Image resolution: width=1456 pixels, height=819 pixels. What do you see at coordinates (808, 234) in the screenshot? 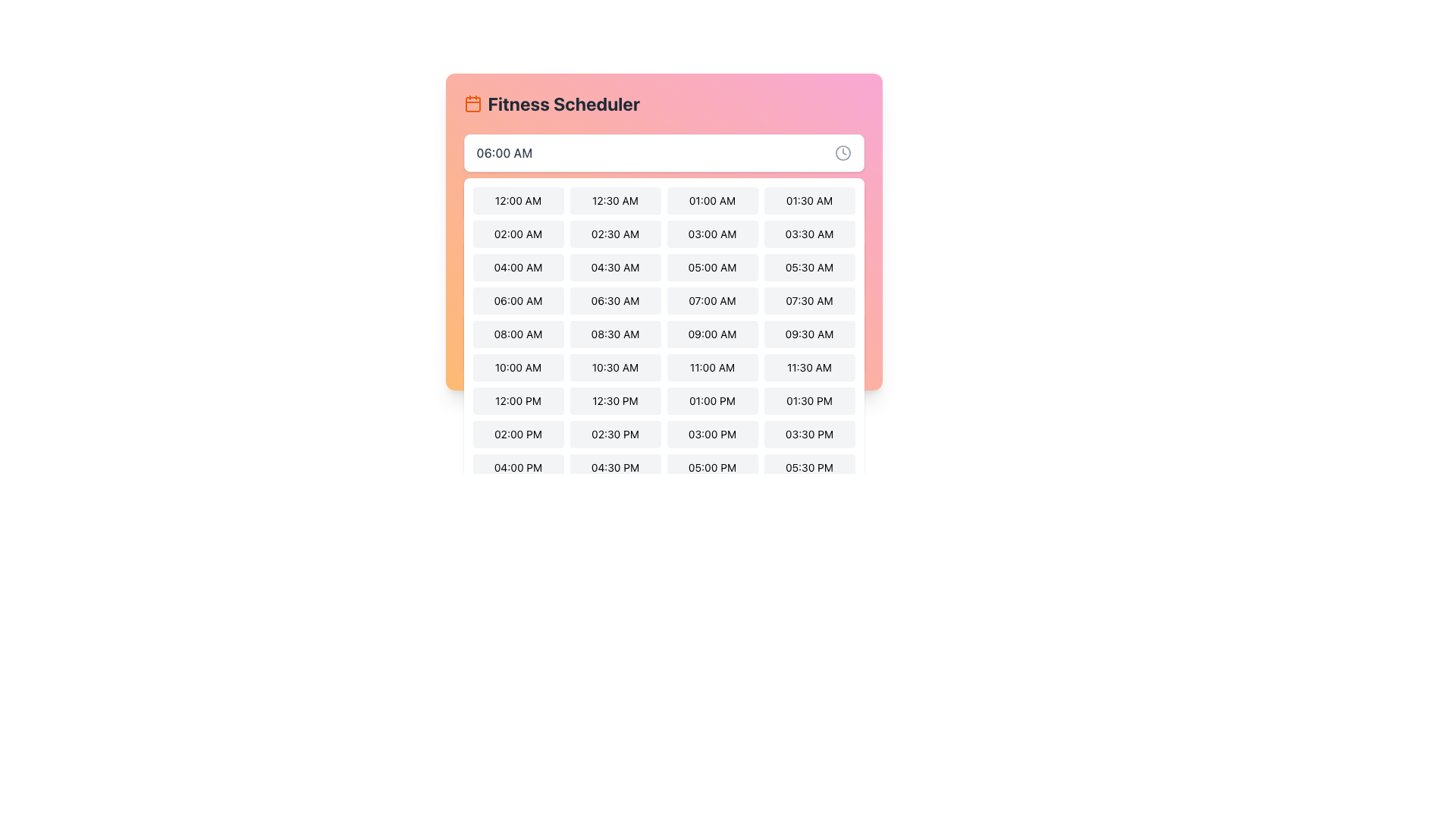
I see `the selectable interactive button for '03:30 AM' located in the second row and fourth column of the dropdown picker under 'Fitness Scheduler' to highlight it for accessibility purposes` at bounding box center [808, 234].